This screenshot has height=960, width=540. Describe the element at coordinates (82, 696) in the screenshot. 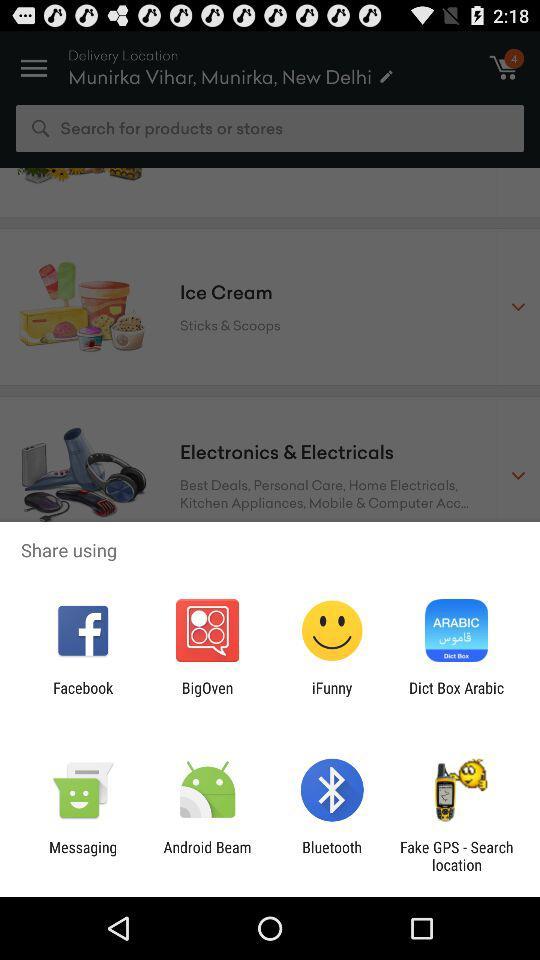

I see `the item to the left of the bigoven item` at that location.